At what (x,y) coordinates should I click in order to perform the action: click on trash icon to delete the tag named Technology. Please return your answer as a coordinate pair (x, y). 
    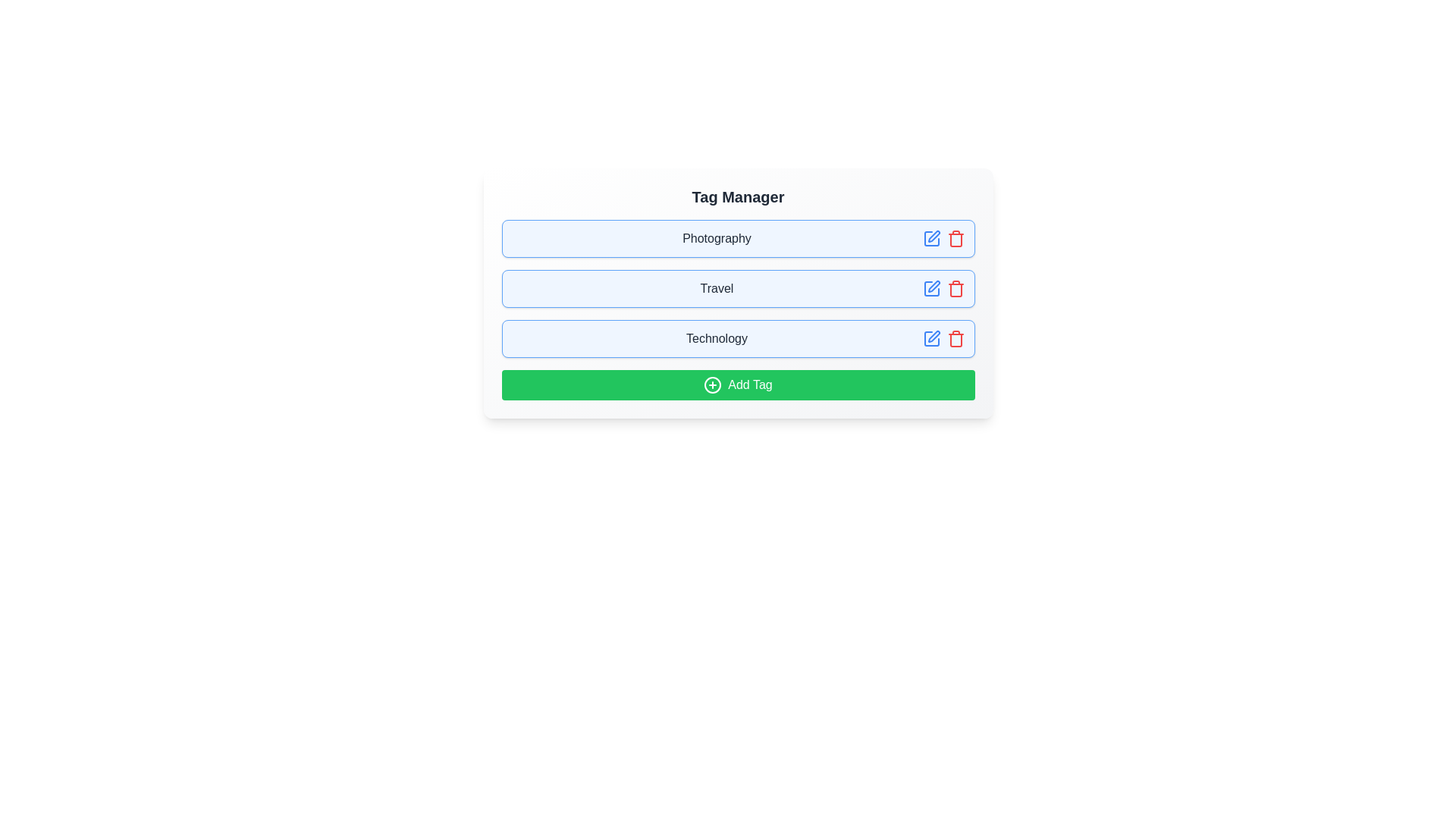
    Looking at the image, I should click on (955, 338).